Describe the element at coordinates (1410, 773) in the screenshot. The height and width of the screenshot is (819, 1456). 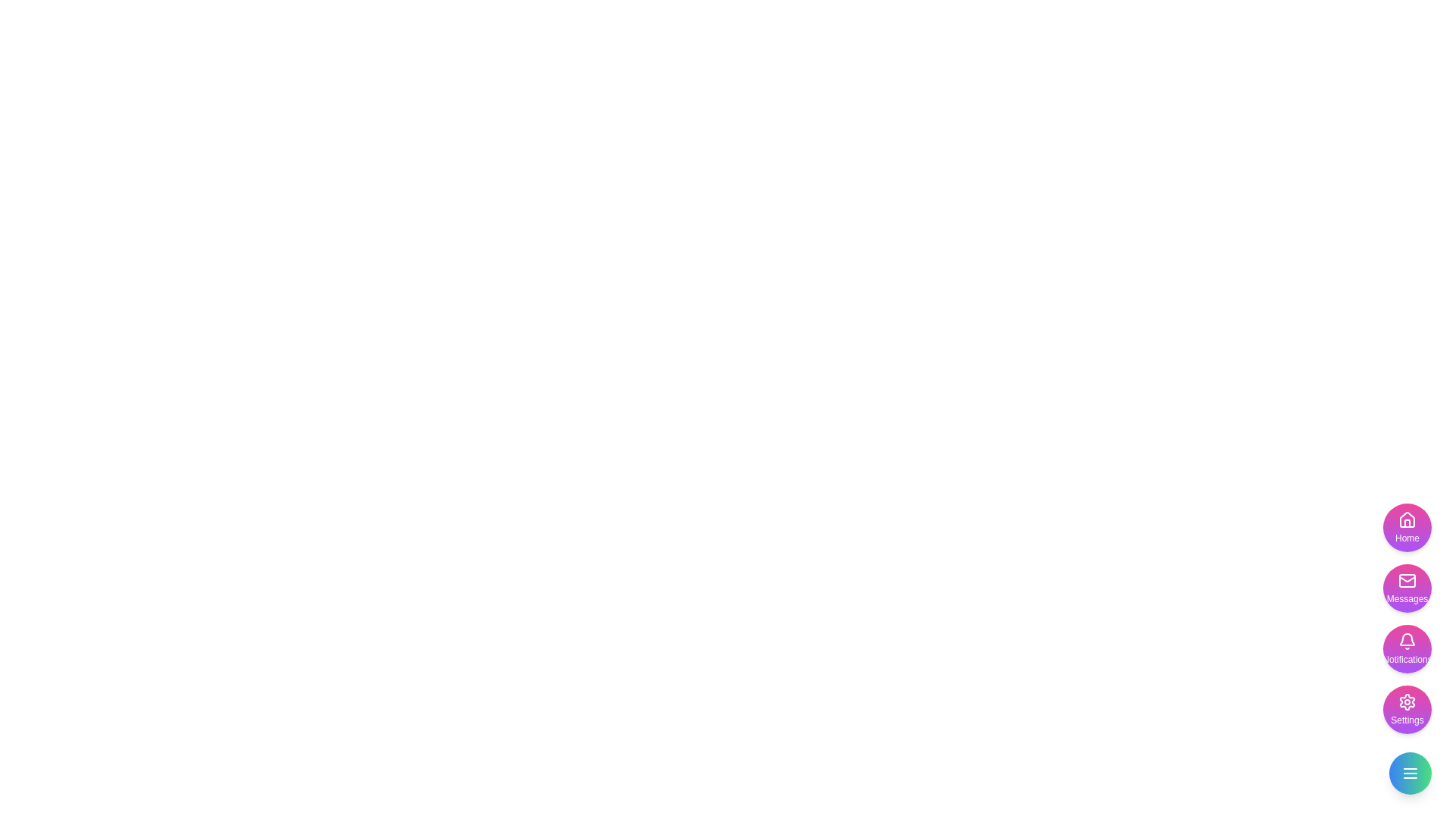
I see `the bottom circular Icon Button with a gradient background from blue to green` at that location.